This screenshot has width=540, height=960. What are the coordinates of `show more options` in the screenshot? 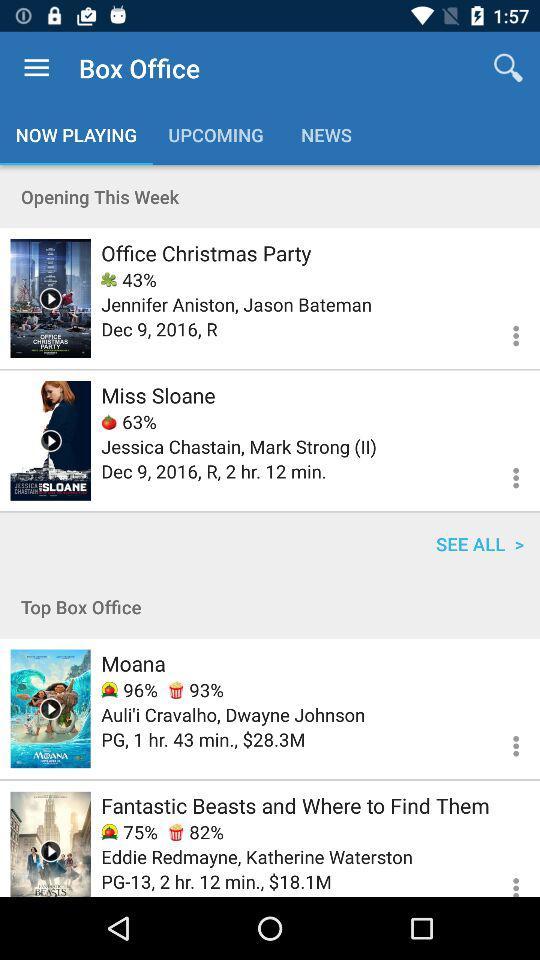 It's located at (503, 742).